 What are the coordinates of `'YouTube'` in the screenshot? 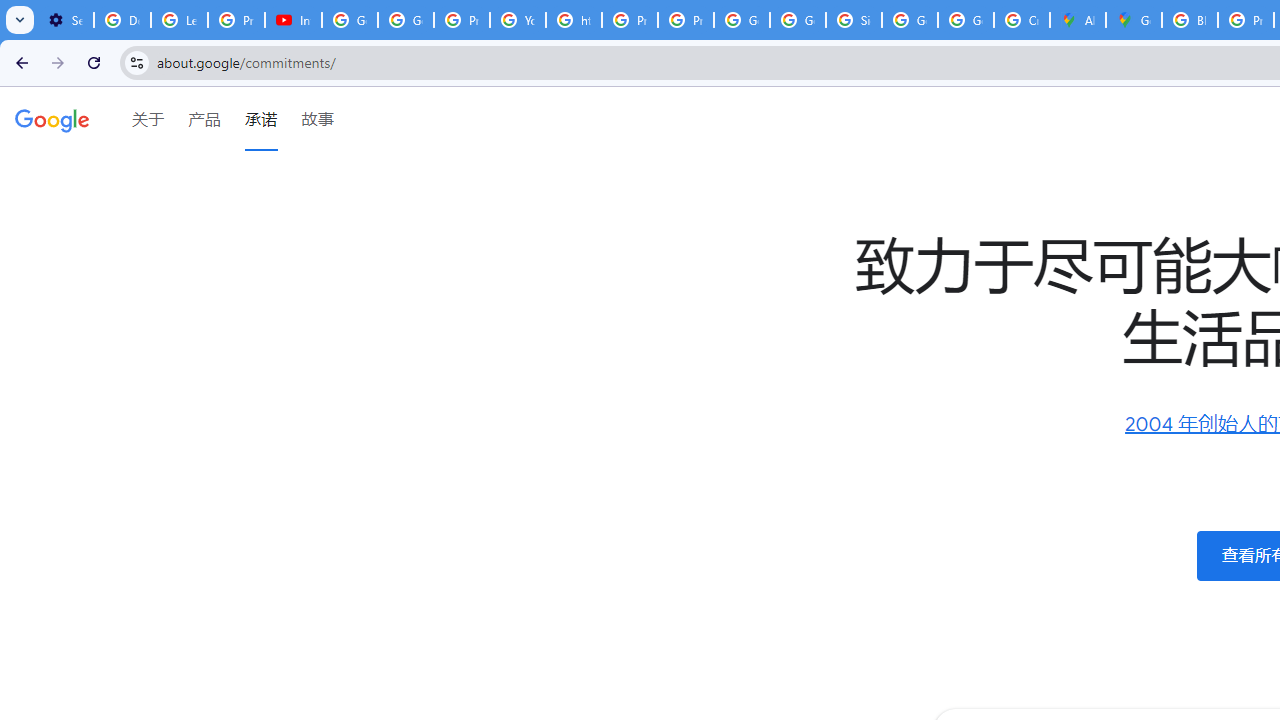 It's located at (518, 20).